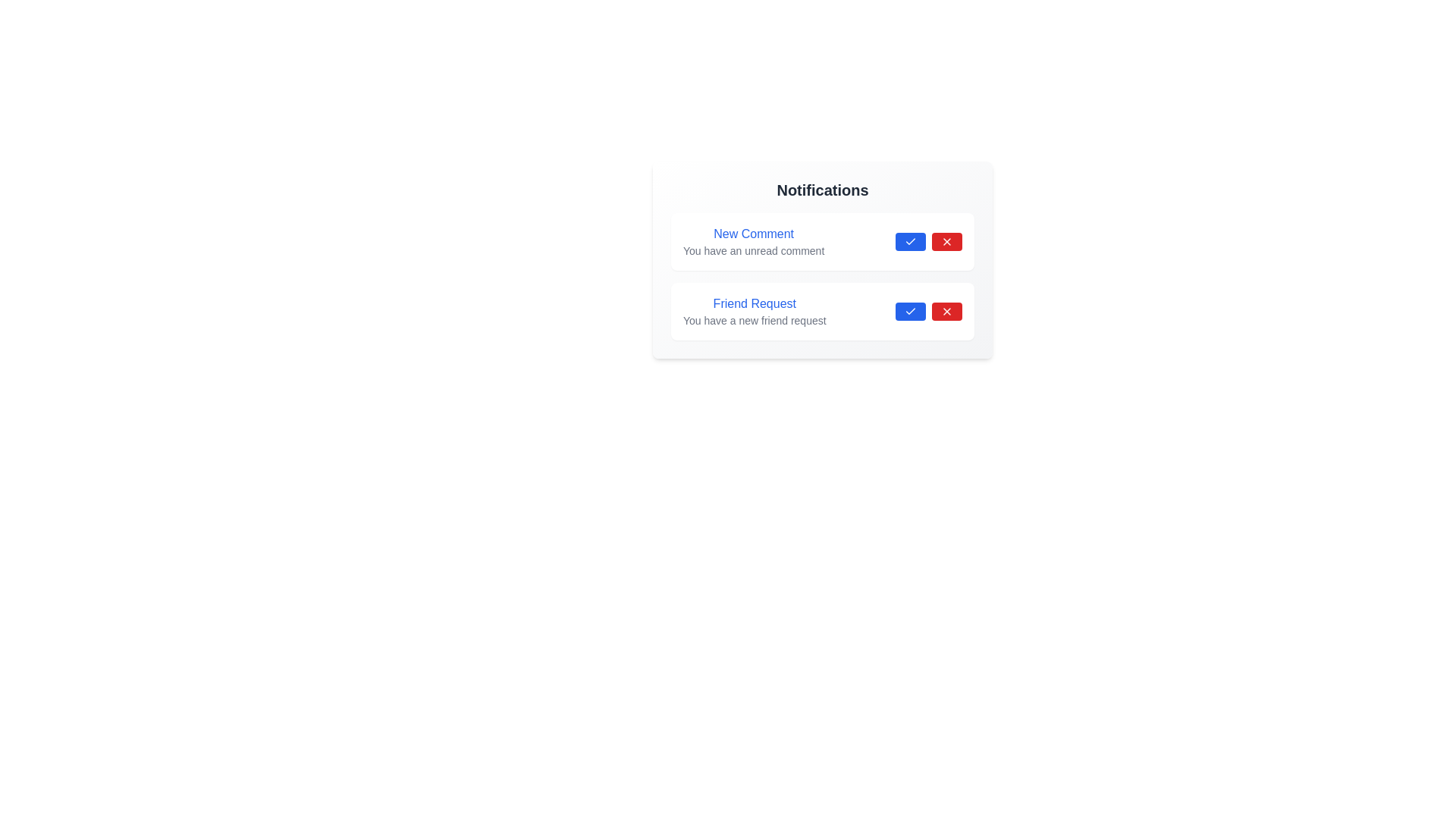 This screenshot has height=819, width=1456. Describe the element at coordinates (910, 241) in the screenshot. I see `the leftmost button in the group next to the red button with a cross icon` at that location.